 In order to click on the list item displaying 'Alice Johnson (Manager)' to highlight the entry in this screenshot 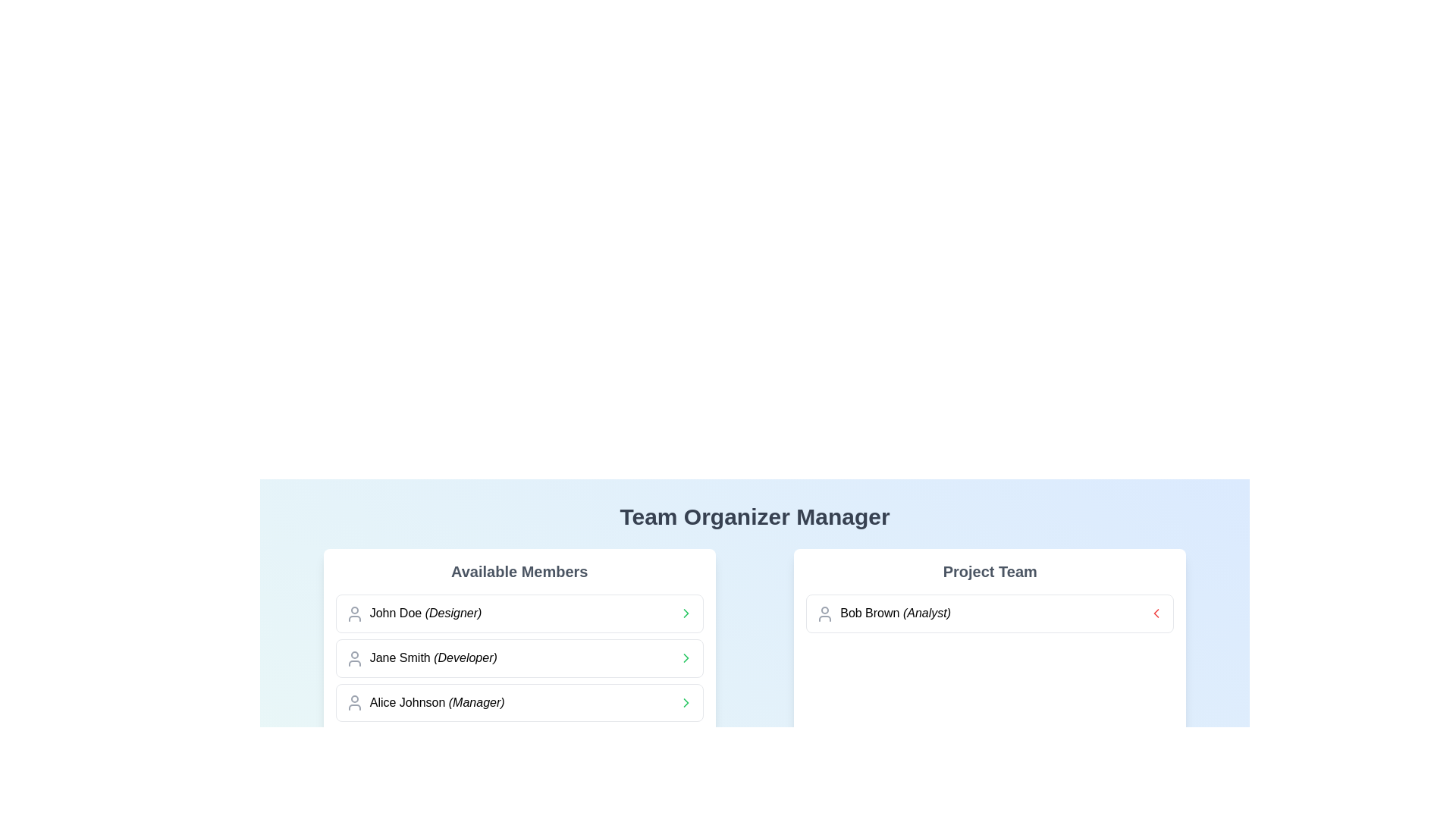, I will do `click(519, 702)`.